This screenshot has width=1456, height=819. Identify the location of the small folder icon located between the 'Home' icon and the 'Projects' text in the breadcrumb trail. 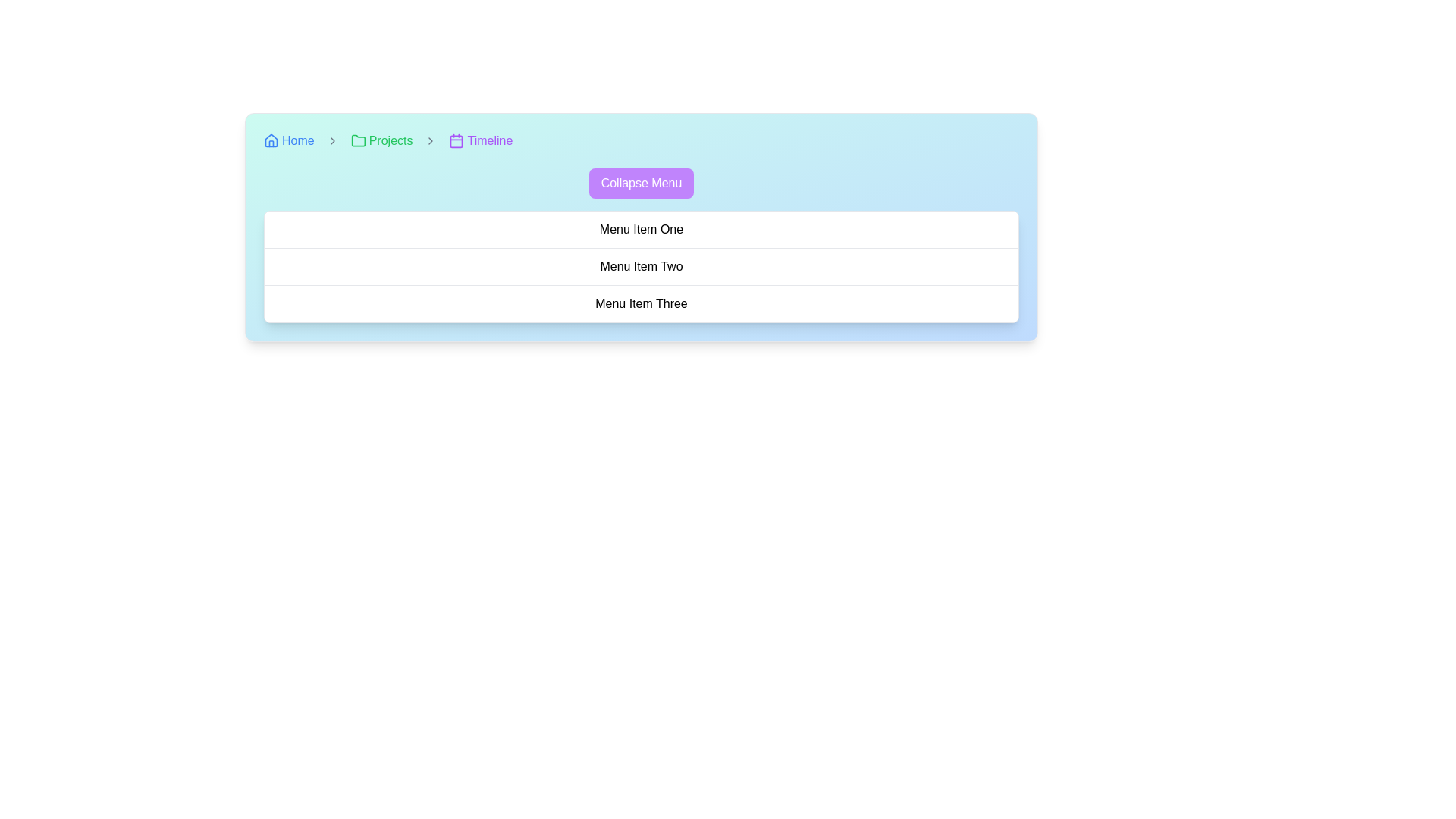
(357, 140).